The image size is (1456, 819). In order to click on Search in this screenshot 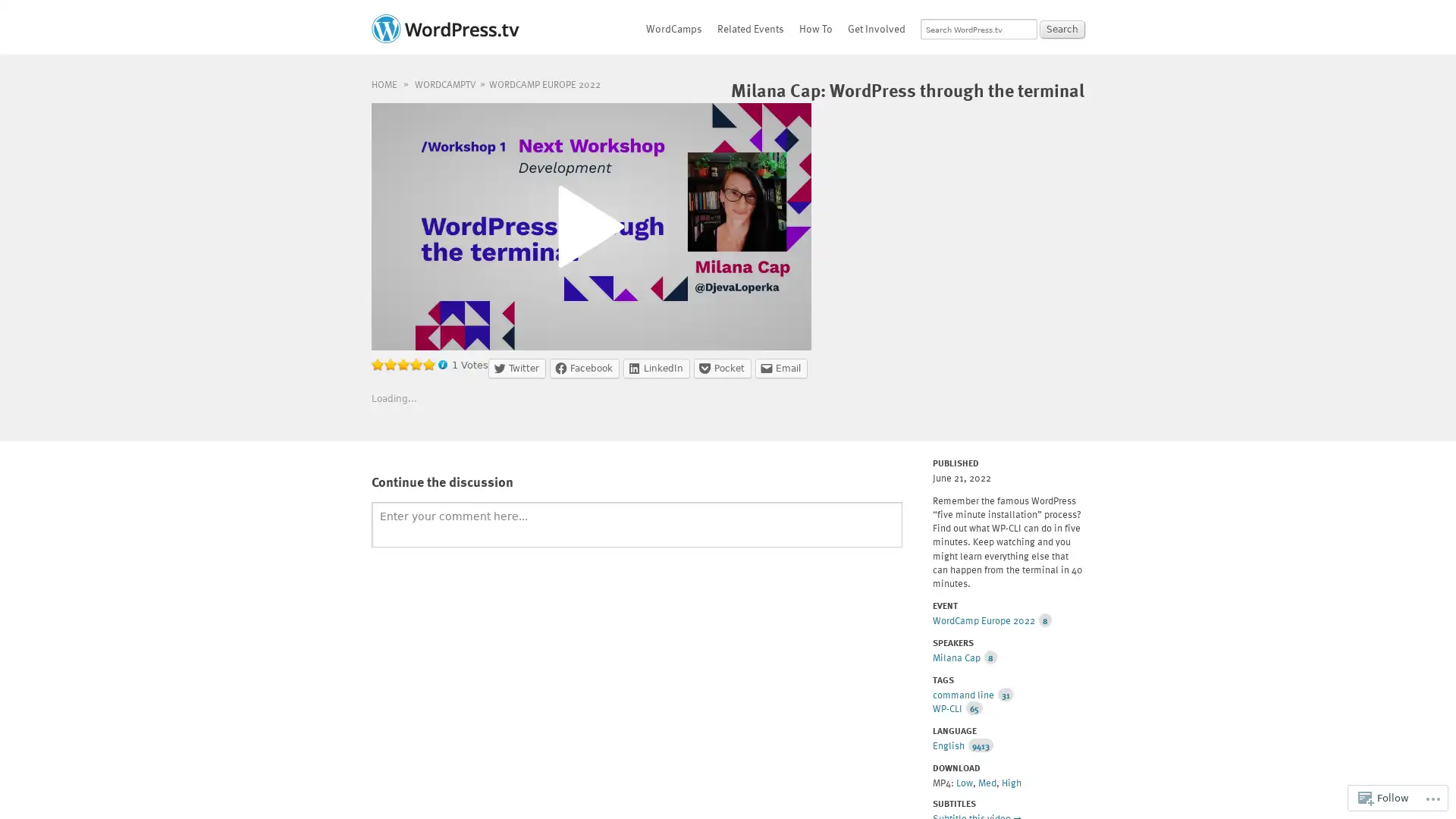, I will do `click(1062, 29)`.